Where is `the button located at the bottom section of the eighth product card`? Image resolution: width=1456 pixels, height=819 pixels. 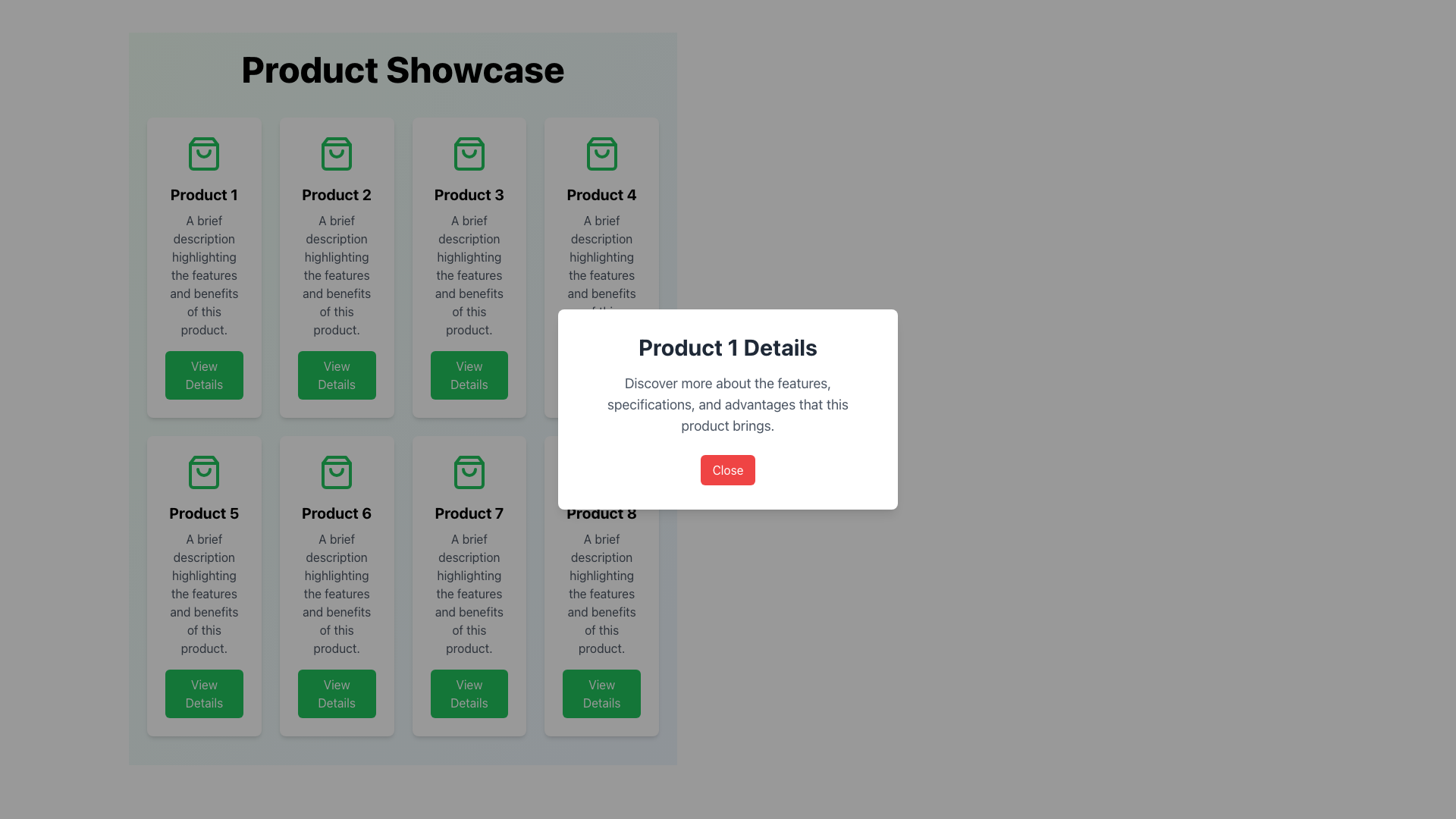 the button located at the bottom section of the eighth product card is located at coordinates (601, 693).